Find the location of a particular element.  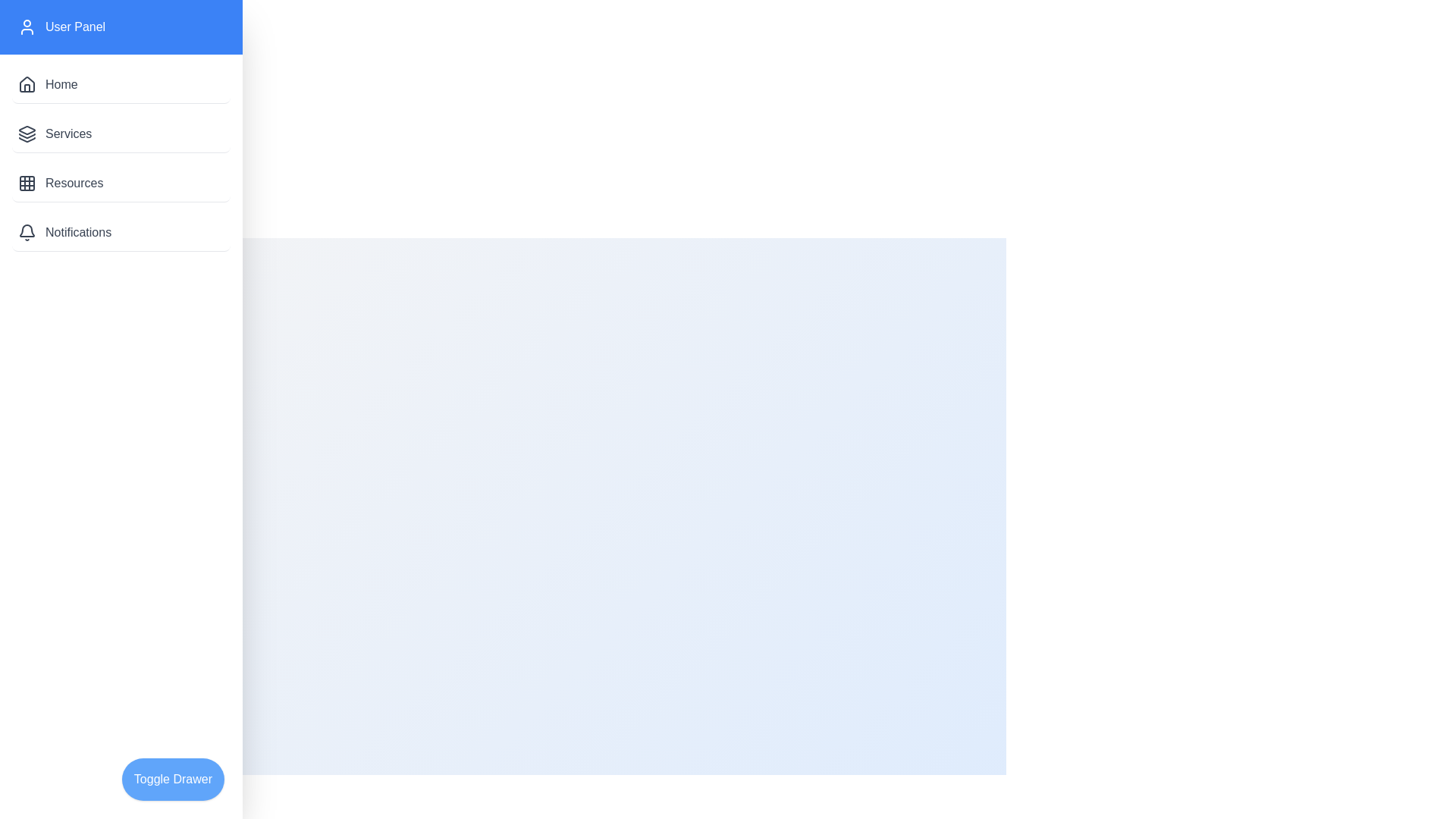

the menu item Notifications in the drawer is located at coordinates (120, 233).